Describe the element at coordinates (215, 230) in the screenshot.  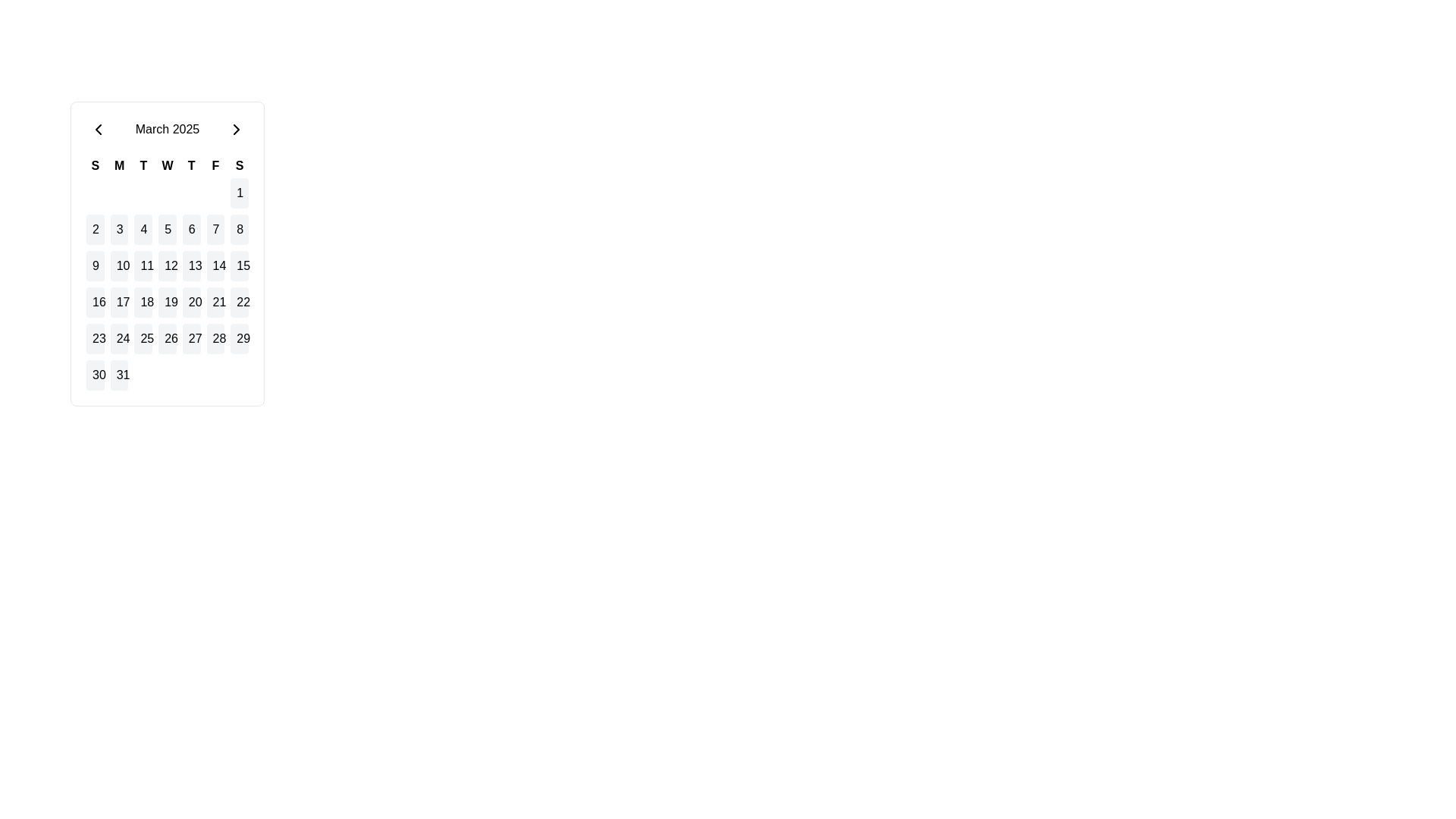
I see `the button displaying the number '7' in the calendar grid` at that location.